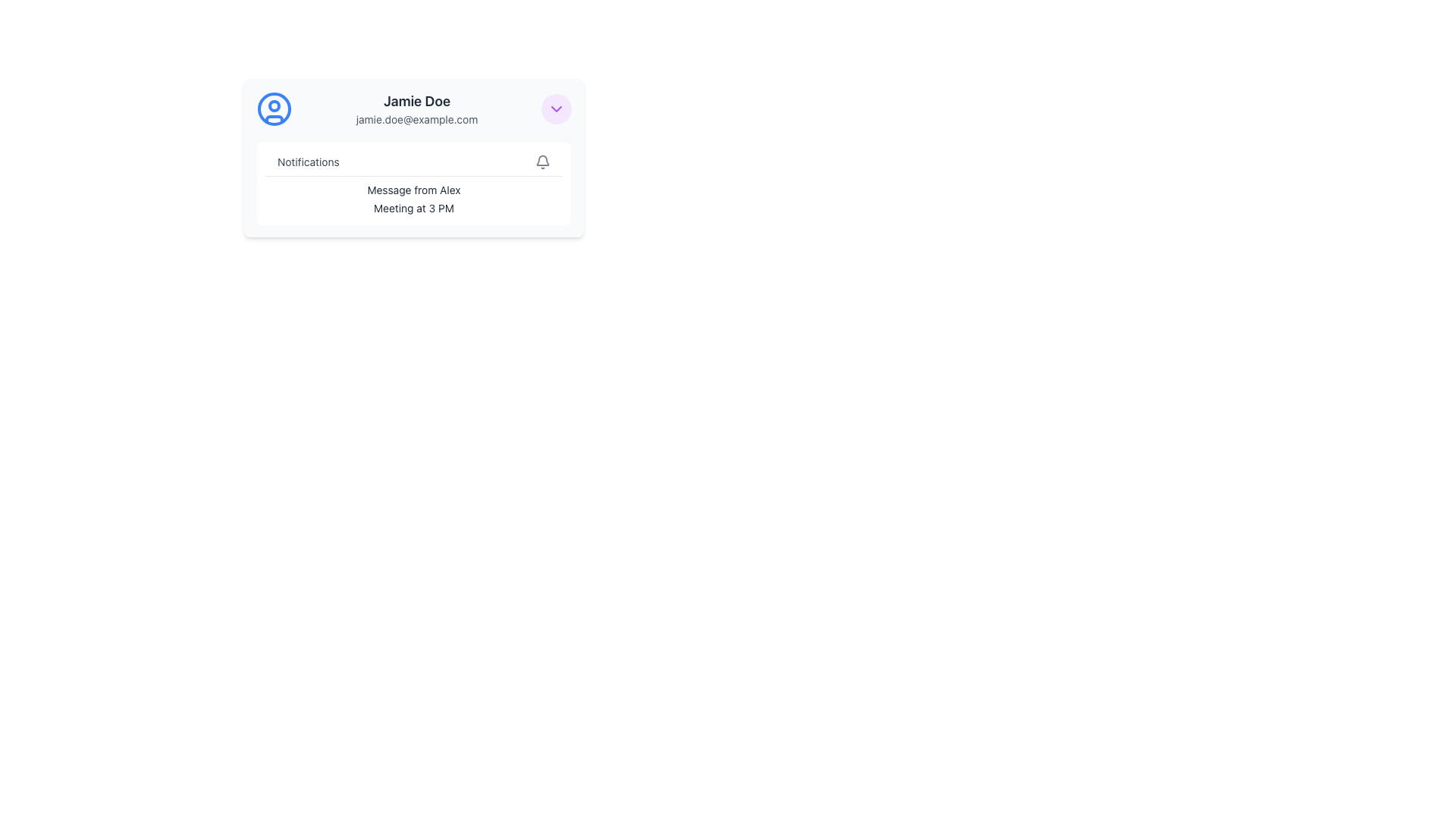 The image size is (1456, 819). What do you see at coordinates (274, 108) in the screenshot?
I see `the circular user icon with a blue outline representing a person, located to the left of the text 'Jamie Doe' and 'jamie.doe@example.com'` at bounding box center [274, 108].